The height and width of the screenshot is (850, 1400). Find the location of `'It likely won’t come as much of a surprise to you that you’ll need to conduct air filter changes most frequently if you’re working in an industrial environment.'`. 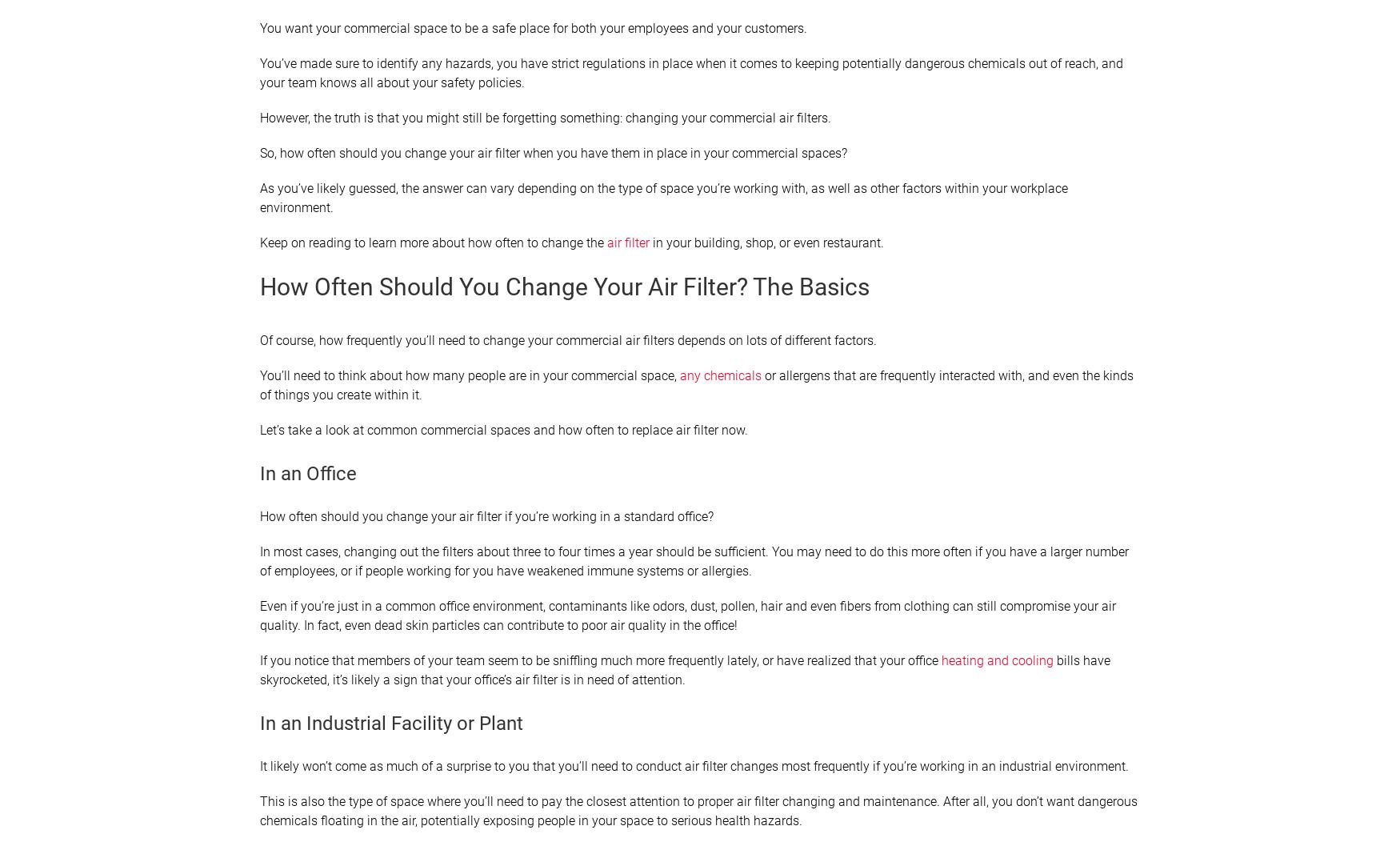

'It likely won’t come as much of a surprise to you that you’ll need to conduct air filter changes most frequently if you’re working in an industrial environment.' is located at coordinates (694, 765).